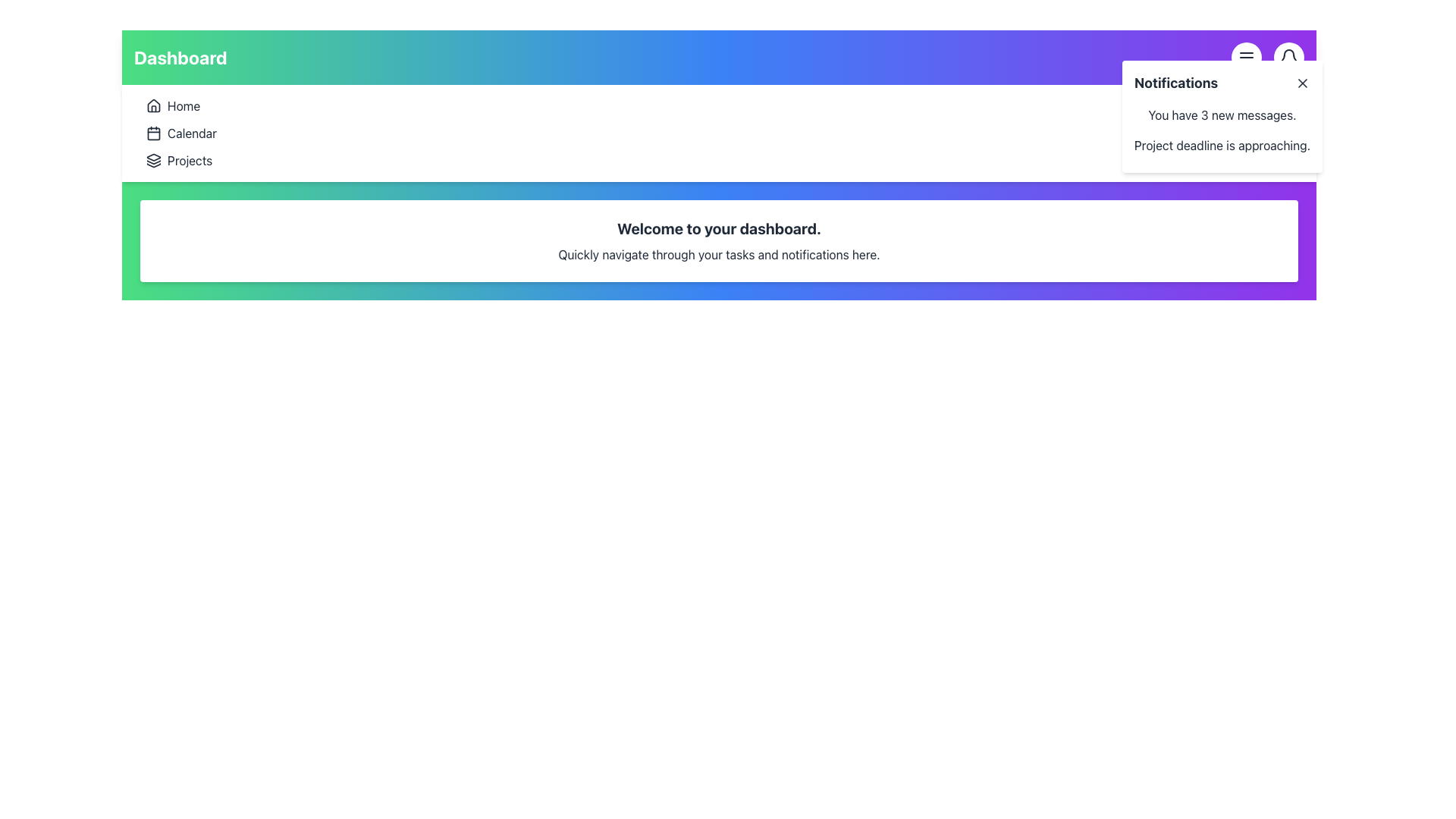 The height and width of the screenshot is (819, 1456). I want to click on the top-right menu toggle button, so click(1246, 57).